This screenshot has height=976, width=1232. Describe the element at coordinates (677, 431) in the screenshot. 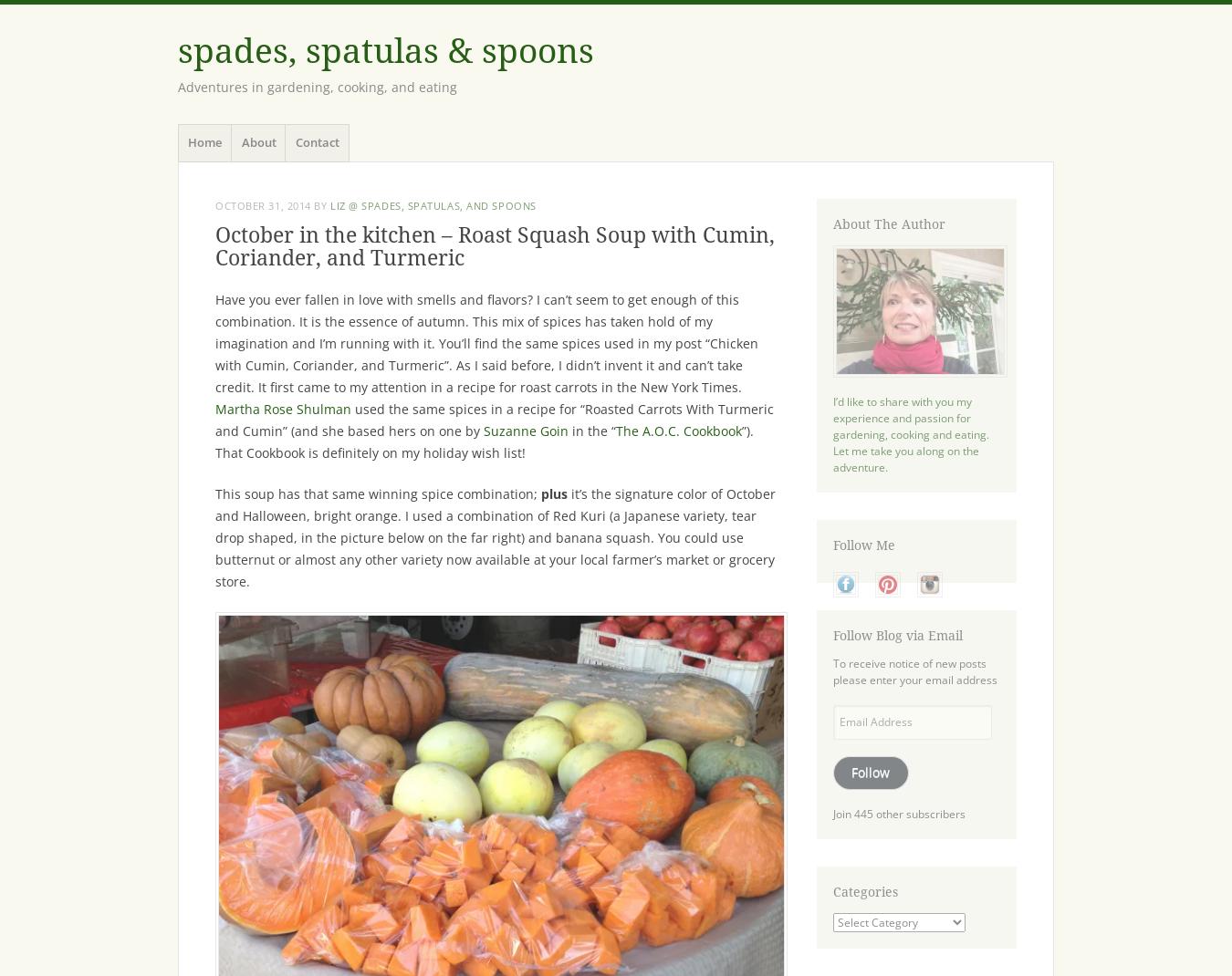

I see `'The A.O.C. Cookbook'` at that location.